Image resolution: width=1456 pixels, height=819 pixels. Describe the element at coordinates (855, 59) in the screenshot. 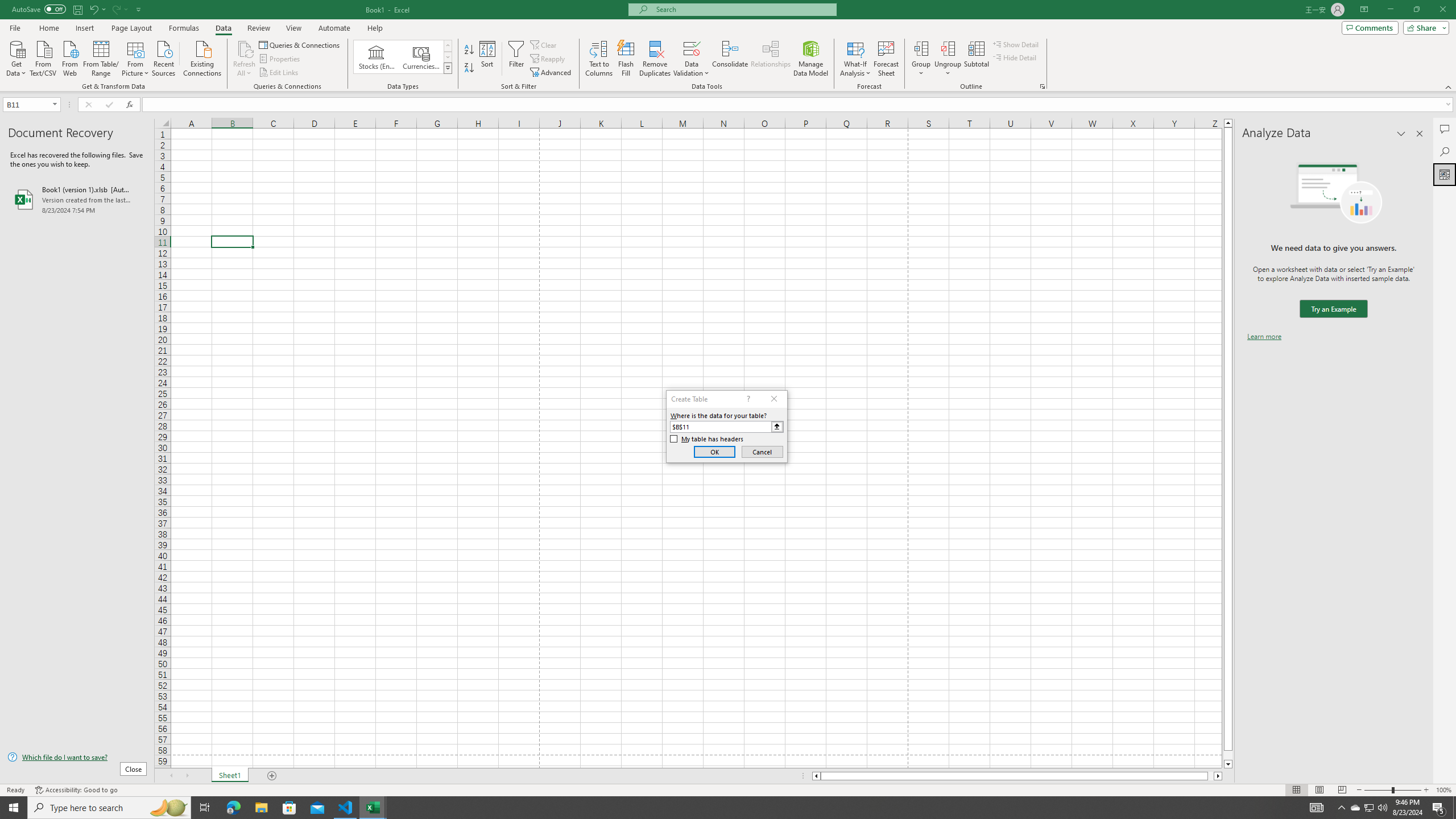

I see `'What-If Analysis'` at that location.